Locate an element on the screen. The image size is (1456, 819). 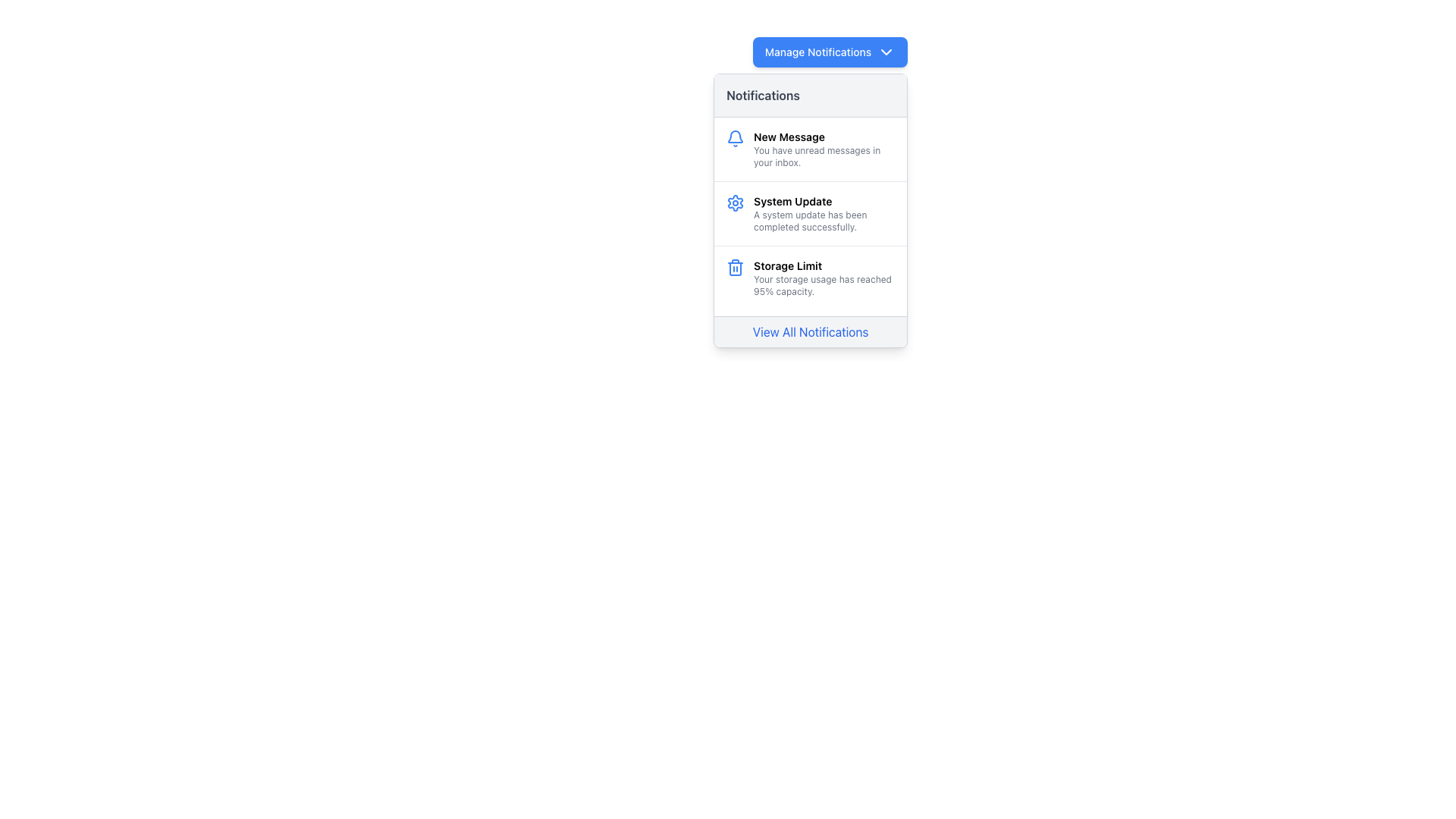
the Notification card displaying the title 'Storage Limit' with a message about storage usage, located in the dropdown panel is located at coordinates (810, 278).